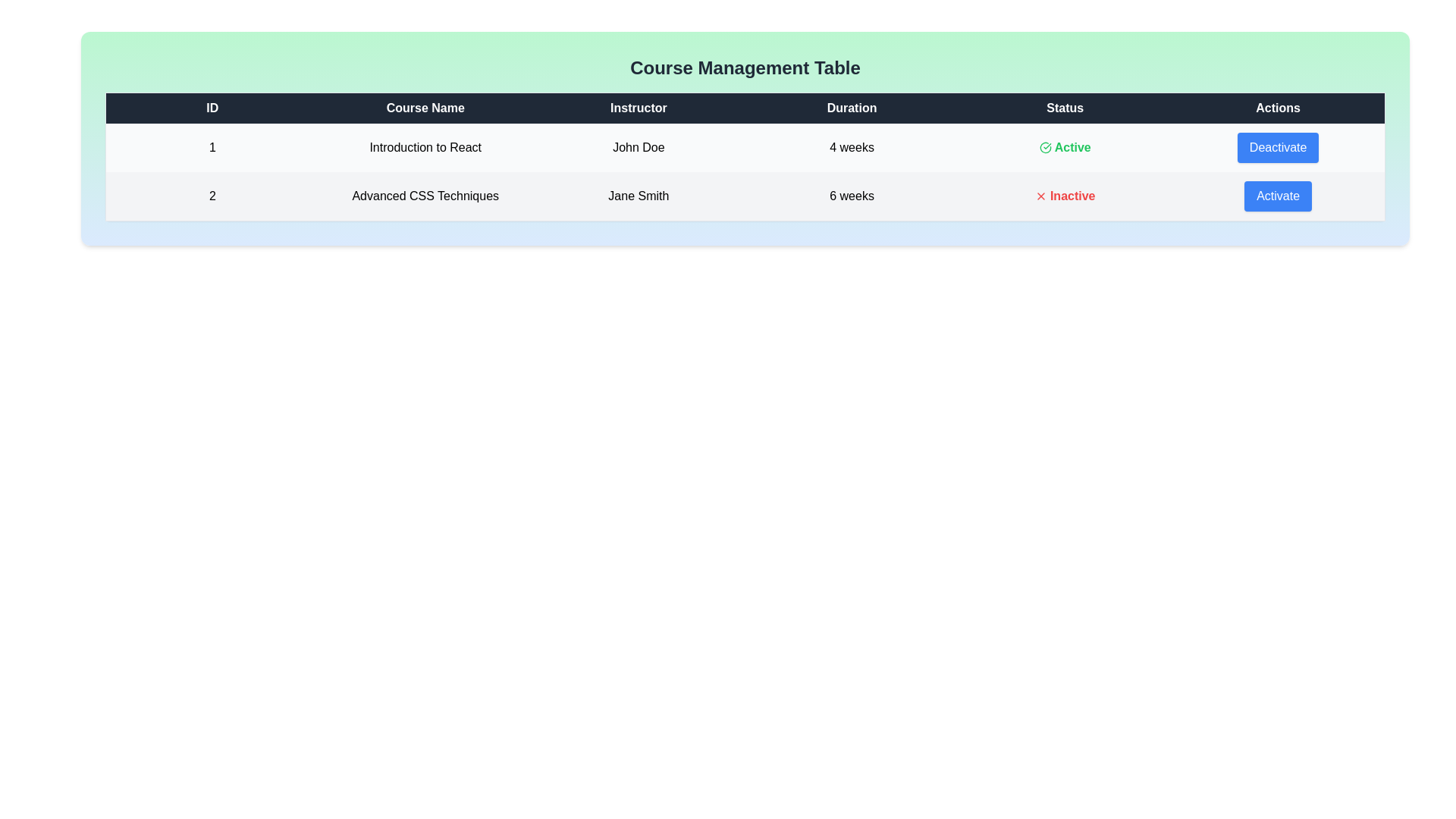  I want to click on the text element displaying 'John Doe', which is located in the Instructor column of the first course row in the table, so click(639, 148).